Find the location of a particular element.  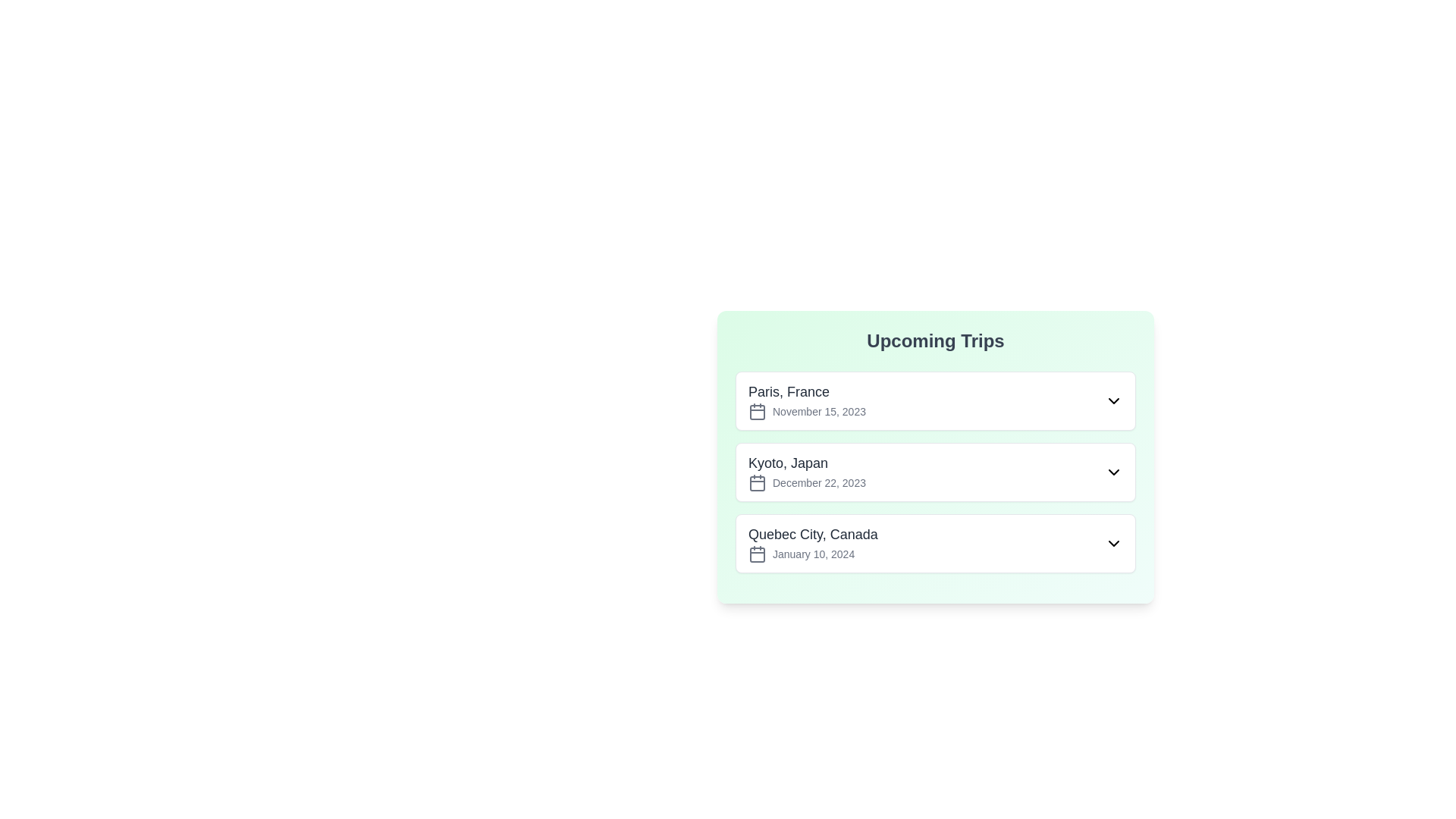

the second trip entry in the 'Upcoming Trips' section, which is the Interactive Card Element displaying trip information is located at coordinates (934, 456).